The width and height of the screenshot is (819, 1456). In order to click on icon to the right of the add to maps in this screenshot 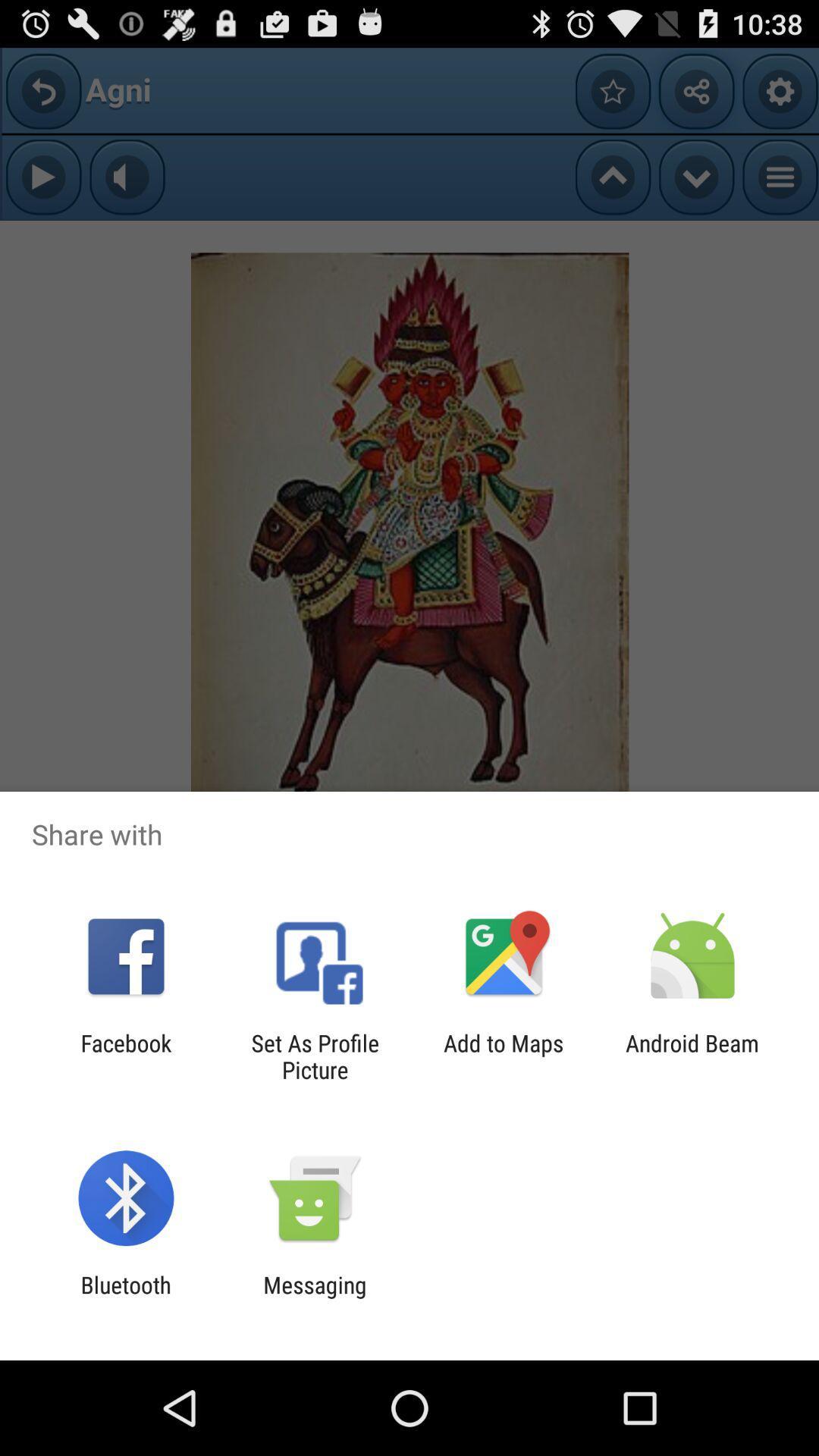, I will do `click(692, 1056)`.